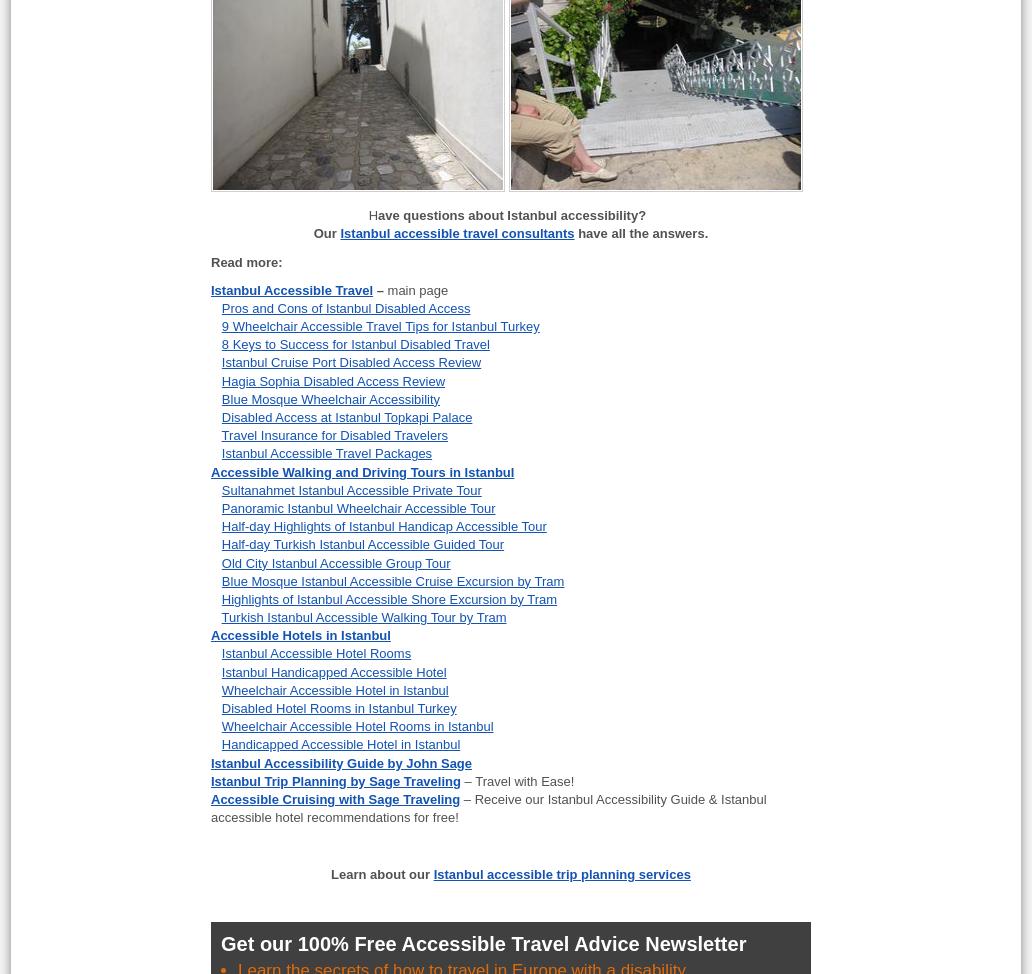  I want to click on '– Travel with Ease!', so click(518, 779).